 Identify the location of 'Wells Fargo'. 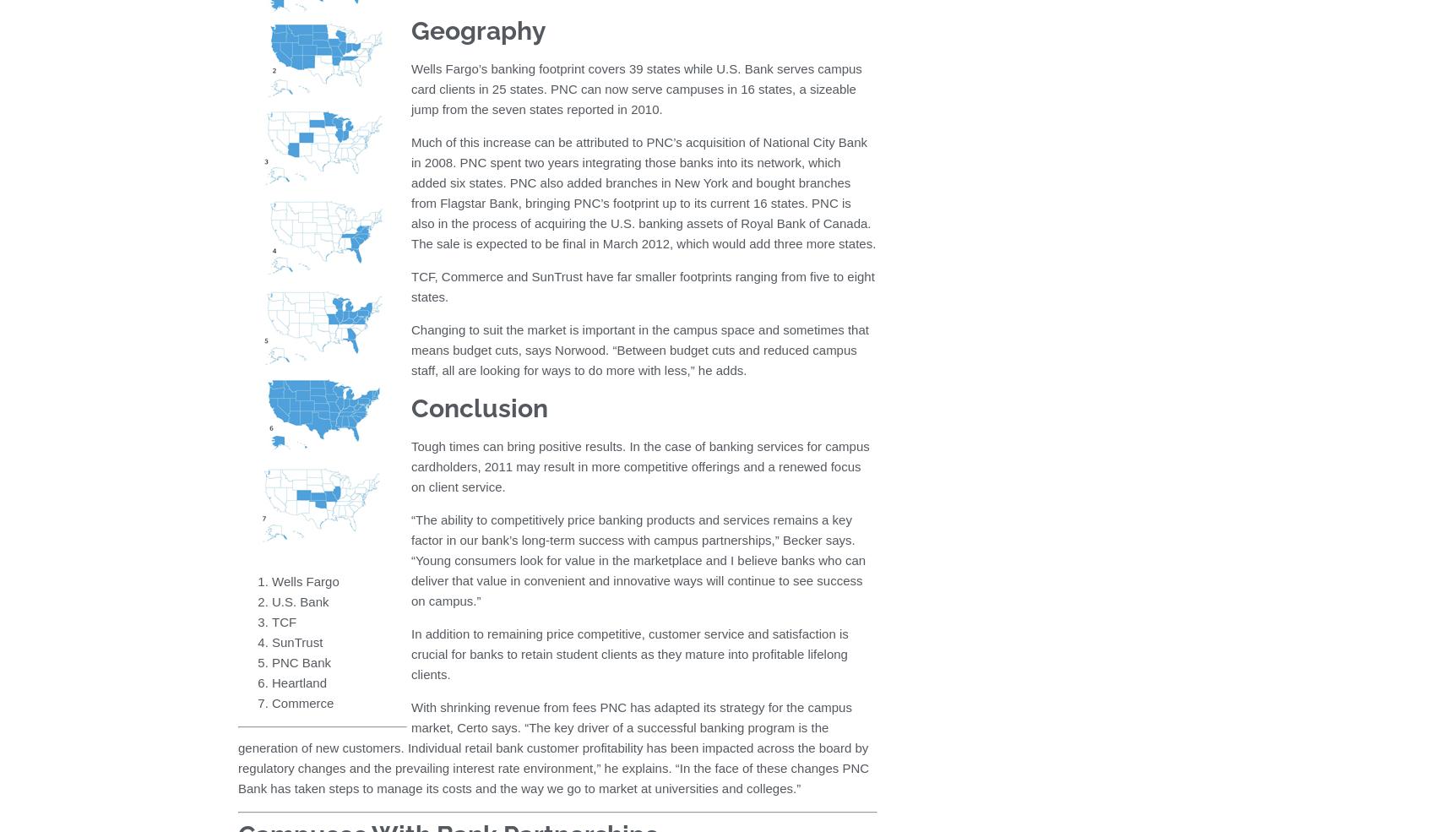
(272, 579).